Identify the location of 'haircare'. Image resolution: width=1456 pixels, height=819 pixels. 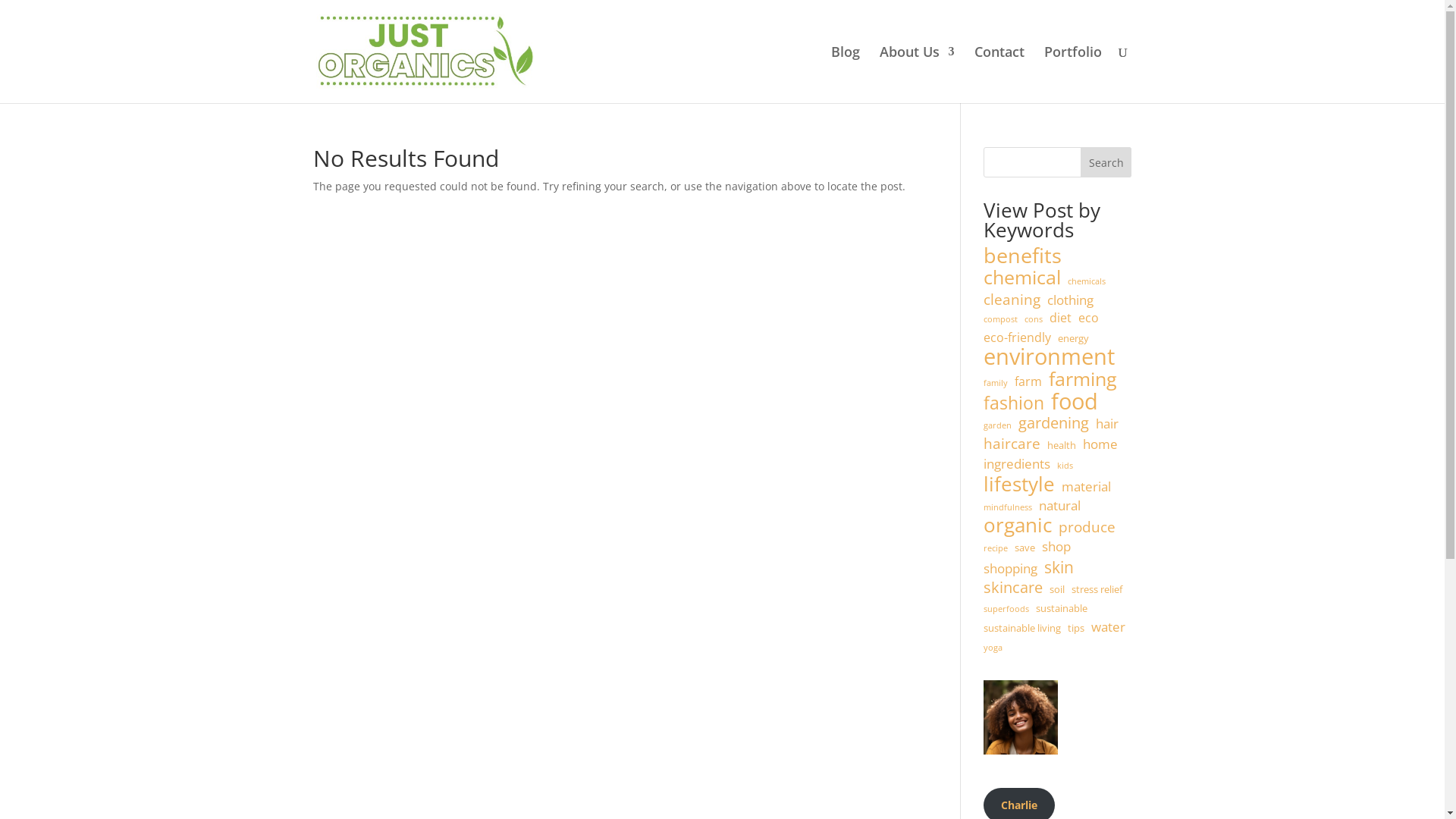
(1012, 444).